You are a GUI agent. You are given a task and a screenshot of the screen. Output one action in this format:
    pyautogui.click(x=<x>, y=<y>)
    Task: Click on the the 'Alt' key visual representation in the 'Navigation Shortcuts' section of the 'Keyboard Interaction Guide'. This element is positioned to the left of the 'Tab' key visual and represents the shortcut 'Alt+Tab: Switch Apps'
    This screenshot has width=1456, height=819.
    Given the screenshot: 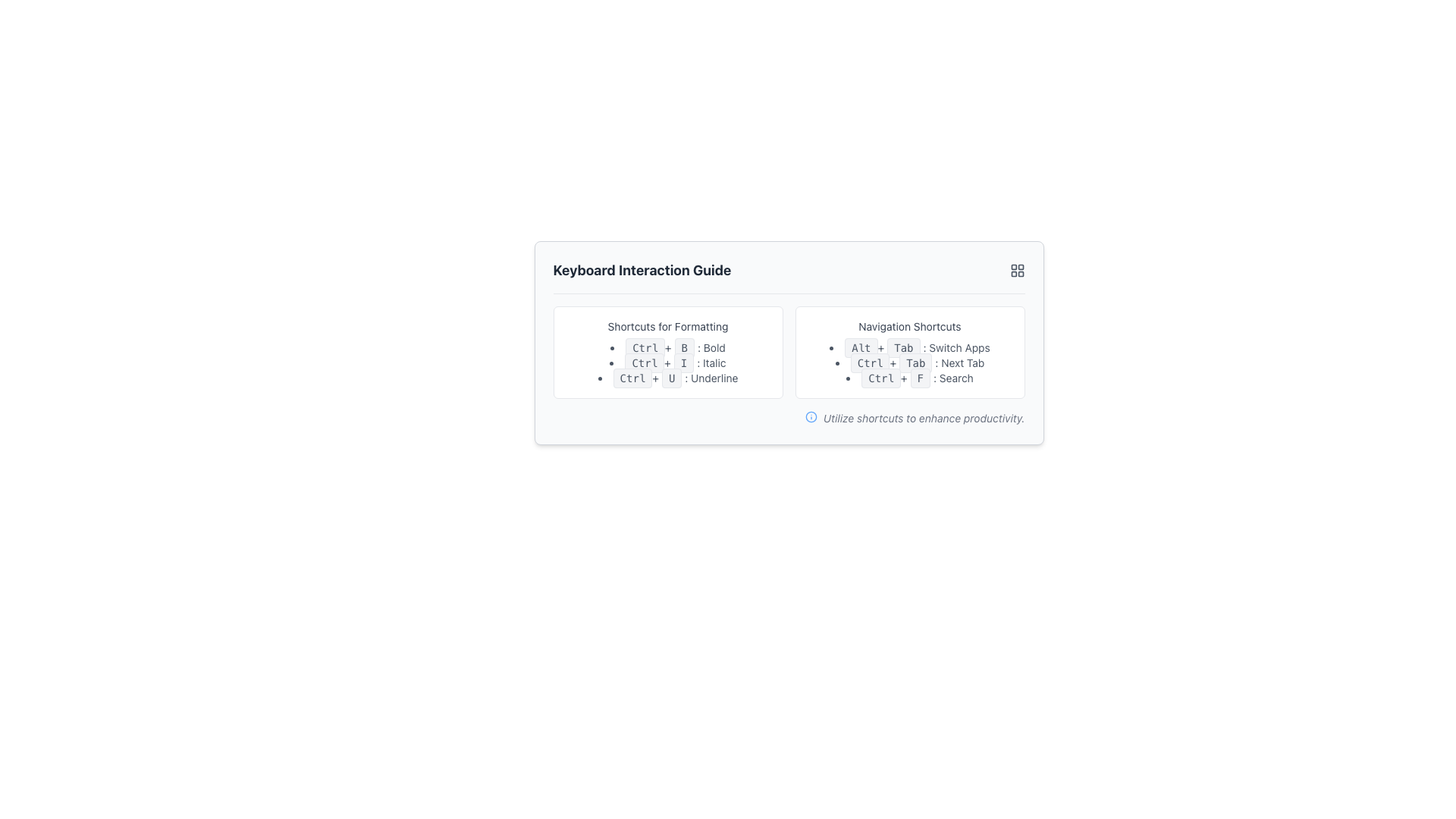 What is the action you would take?
    pyautogui.click(x=861, y=348)
    